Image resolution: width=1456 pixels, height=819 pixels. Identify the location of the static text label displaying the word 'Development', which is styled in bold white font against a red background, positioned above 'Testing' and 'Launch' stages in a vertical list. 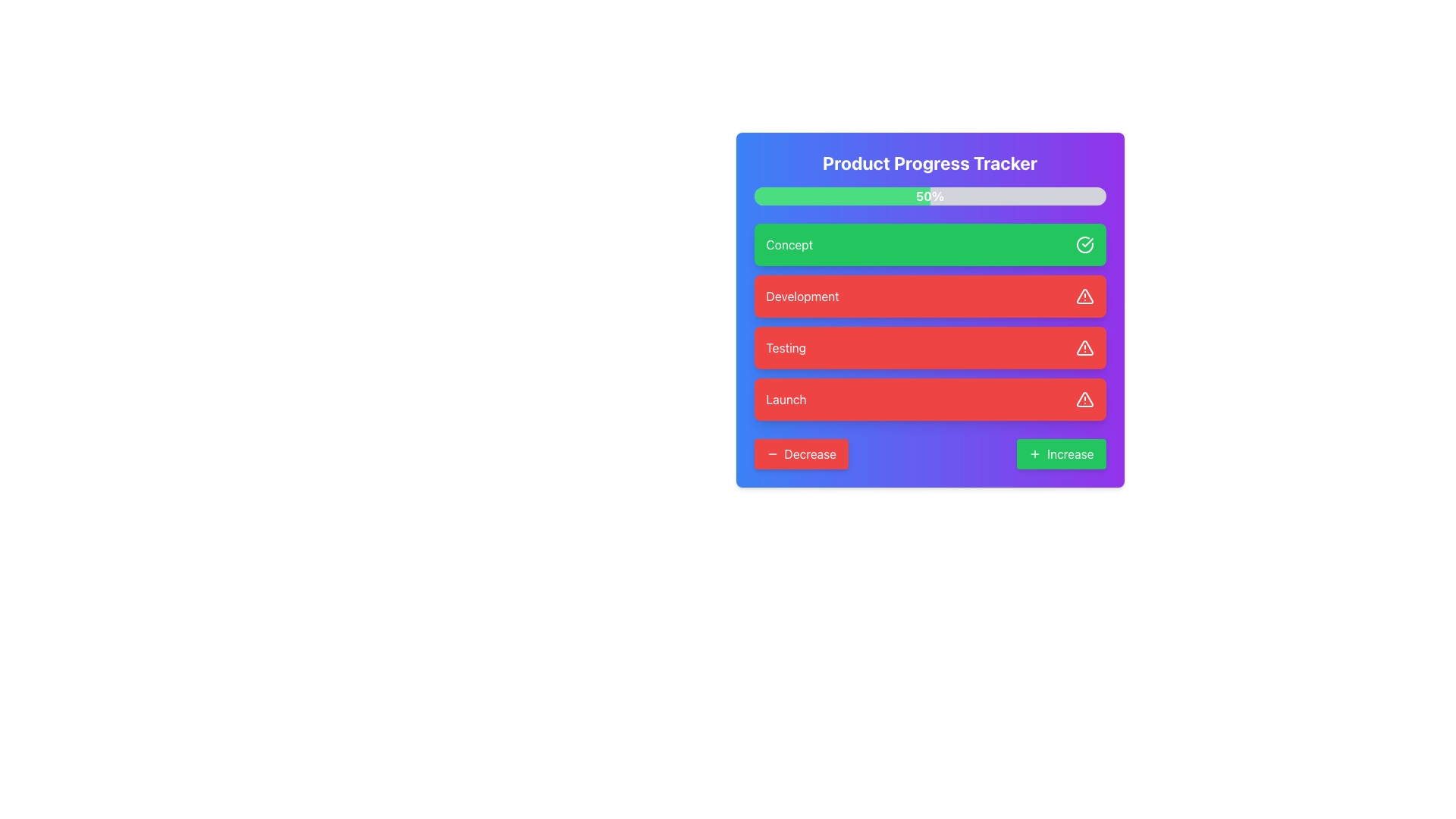
(802, 296).